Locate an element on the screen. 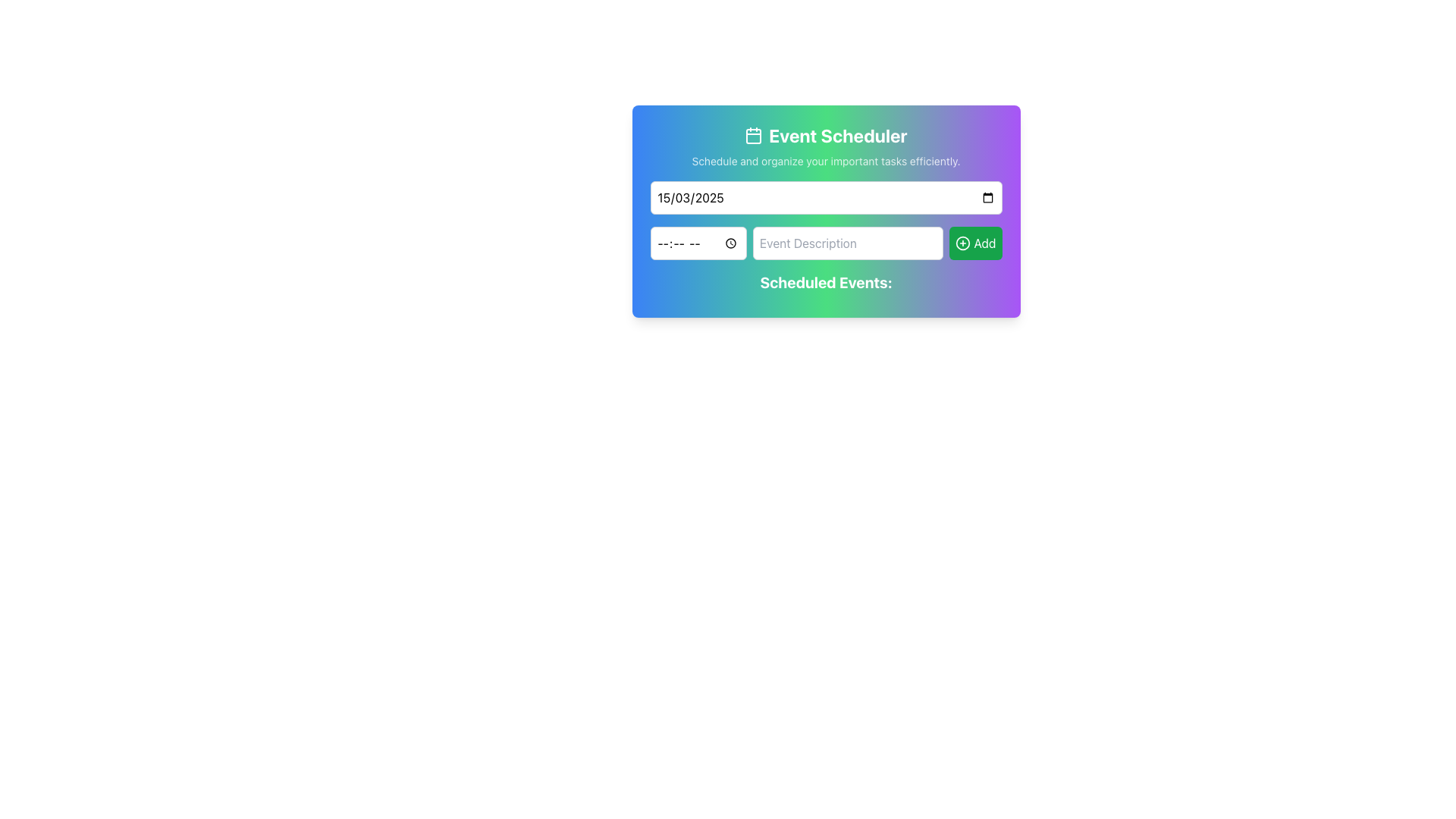  the 'Add' button located in the bottom right corner of the main interface area is located at coordinates (962, 242).